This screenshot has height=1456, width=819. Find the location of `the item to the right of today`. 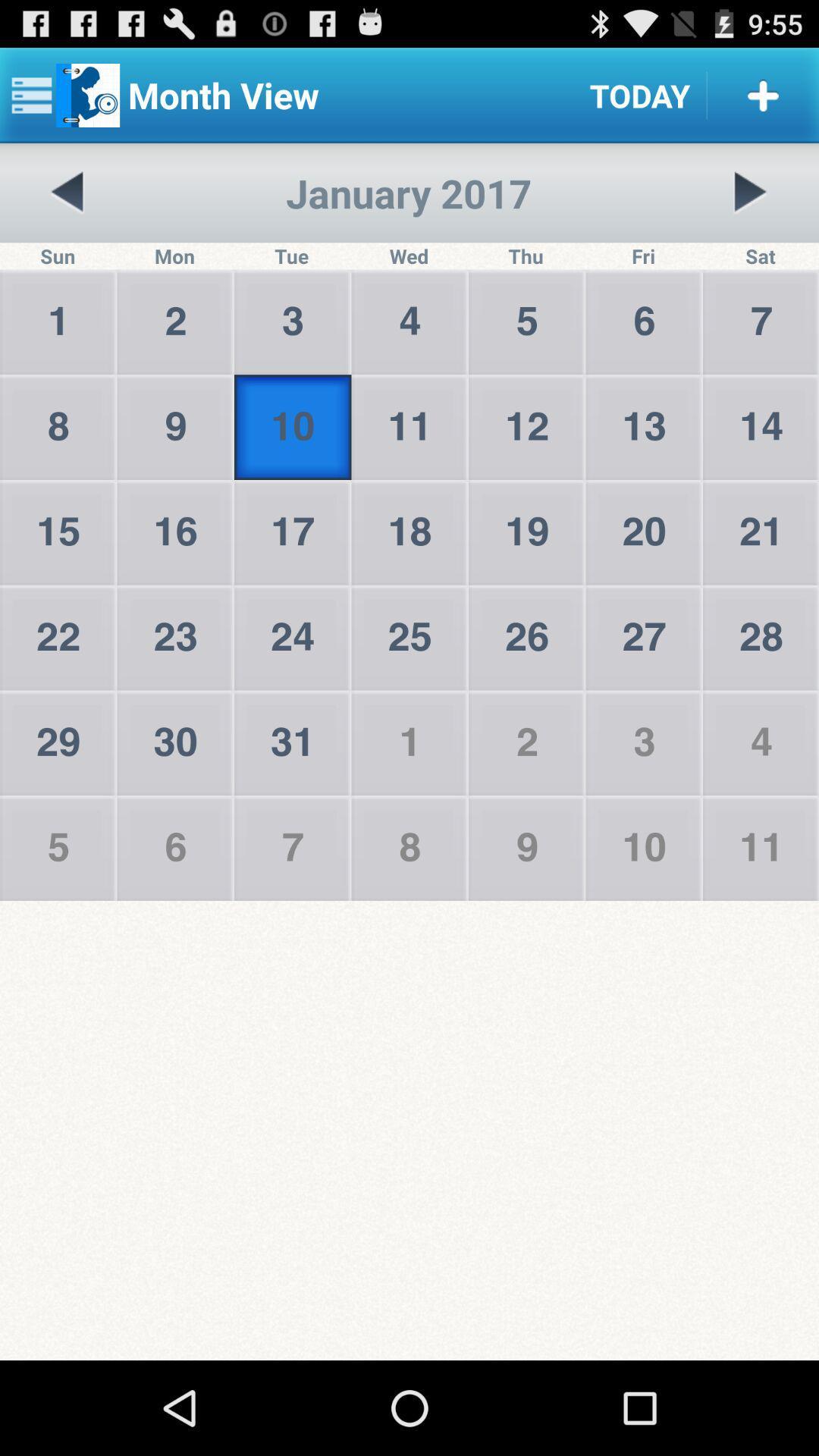

the item to the right of today is located at coordinates (763, 94).